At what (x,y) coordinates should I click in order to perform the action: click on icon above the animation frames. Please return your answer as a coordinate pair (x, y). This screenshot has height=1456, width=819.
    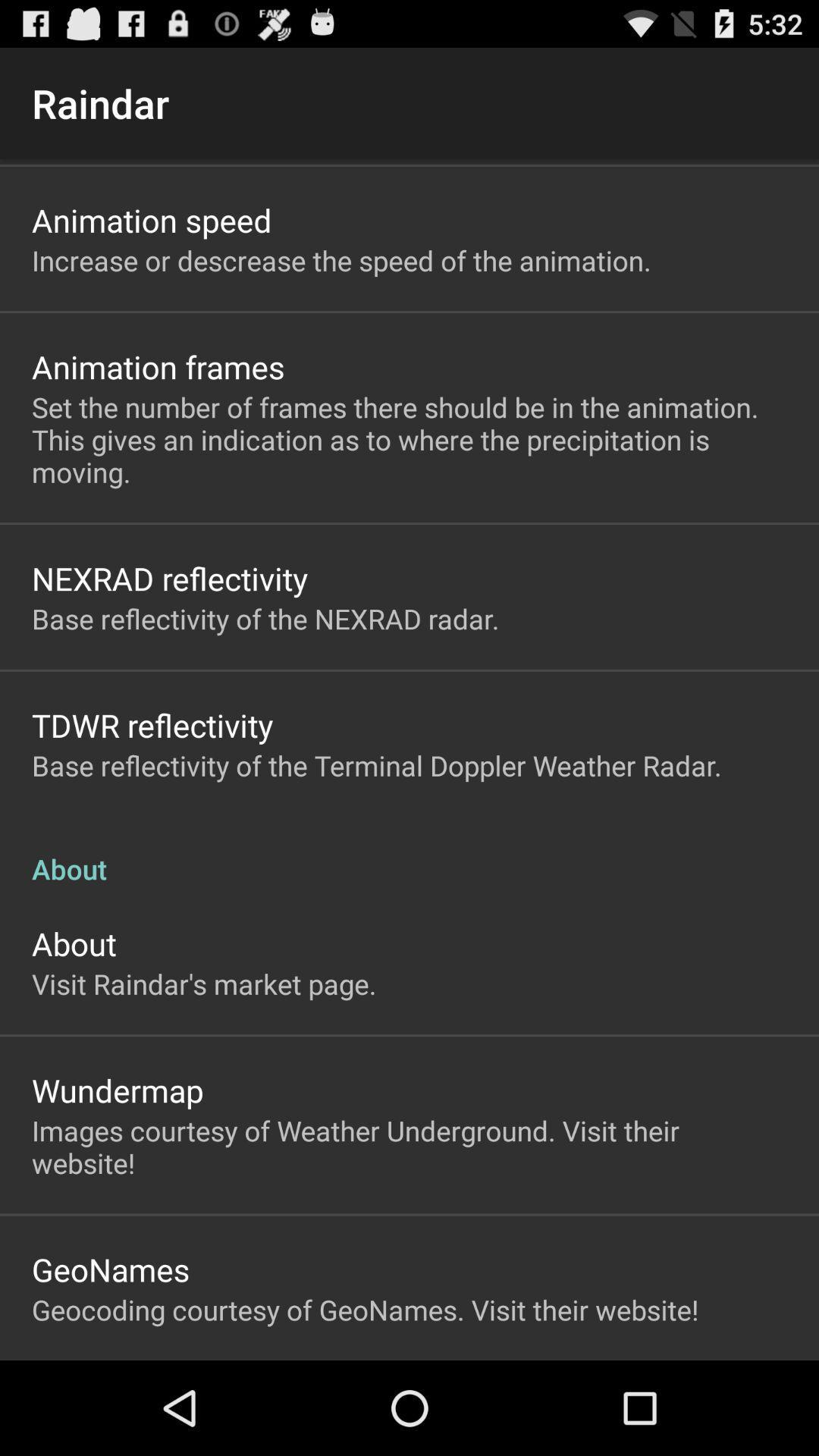
    Looking at the image, I should click on (341, 260).